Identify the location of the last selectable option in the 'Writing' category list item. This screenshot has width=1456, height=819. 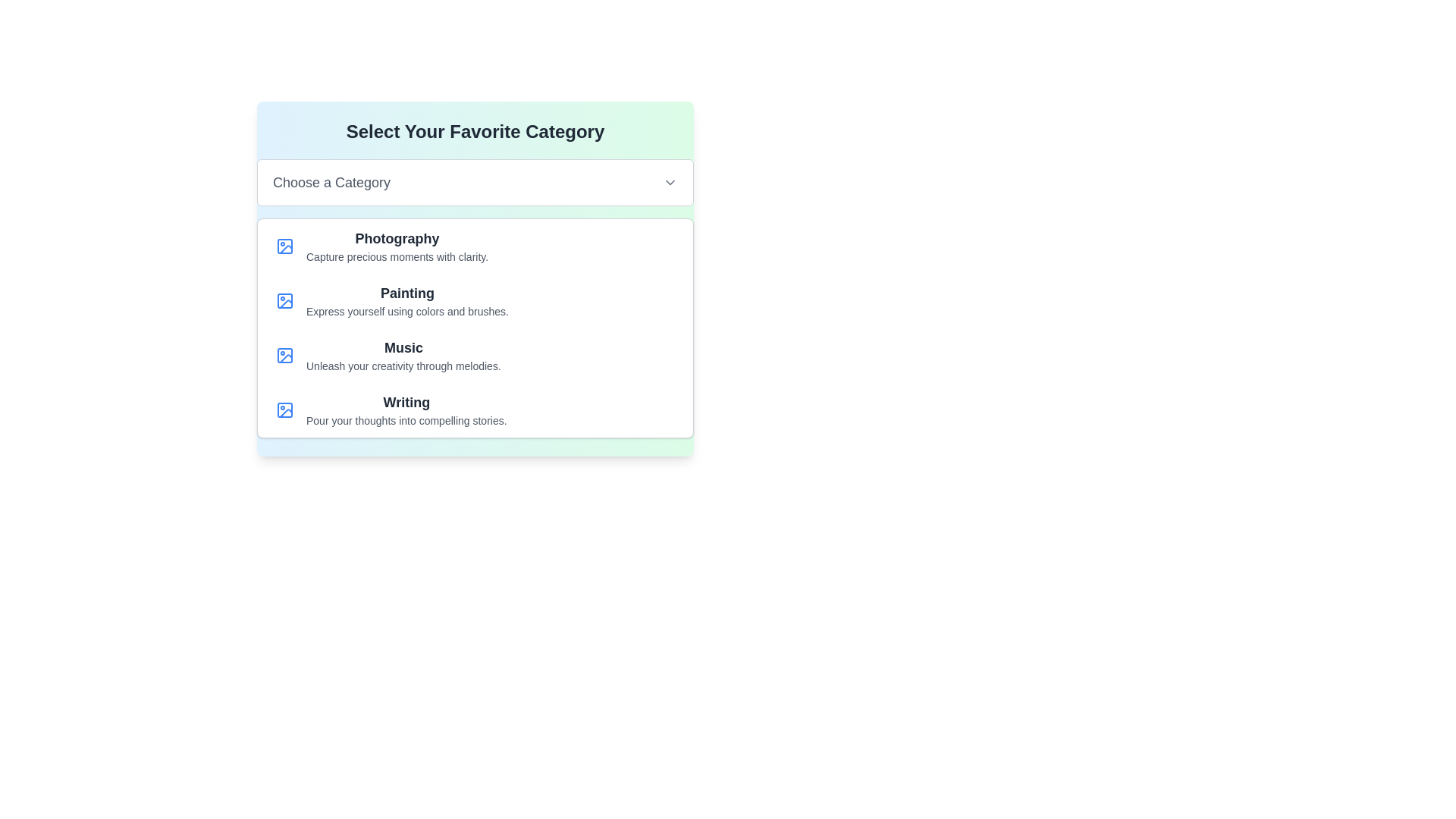
(475, 409).